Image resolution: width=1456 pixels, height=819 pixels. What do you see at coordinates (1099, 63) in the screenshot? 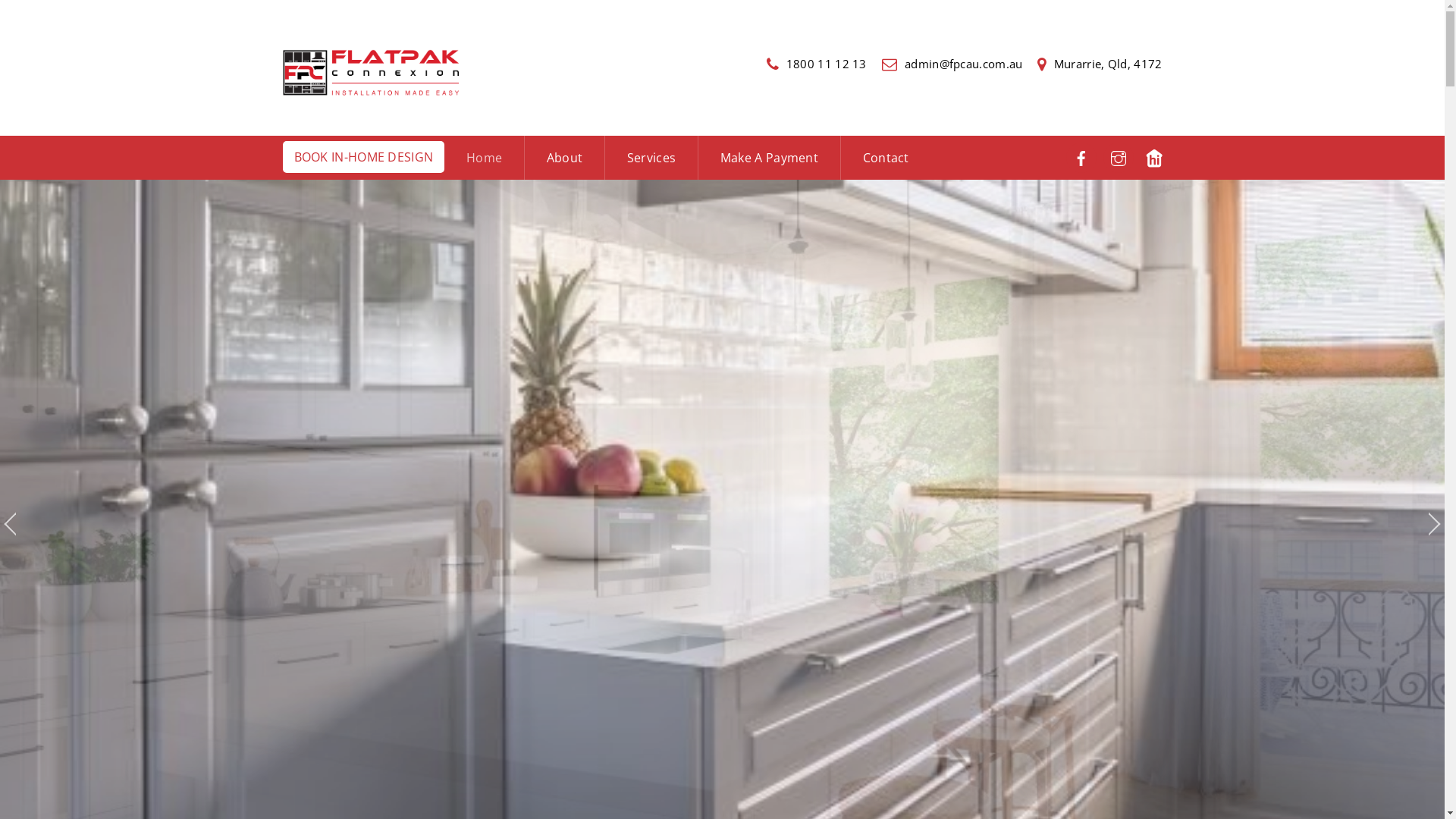
I see `'Murarrie, Qld, 4172'` at bounding box center [1099, 63].